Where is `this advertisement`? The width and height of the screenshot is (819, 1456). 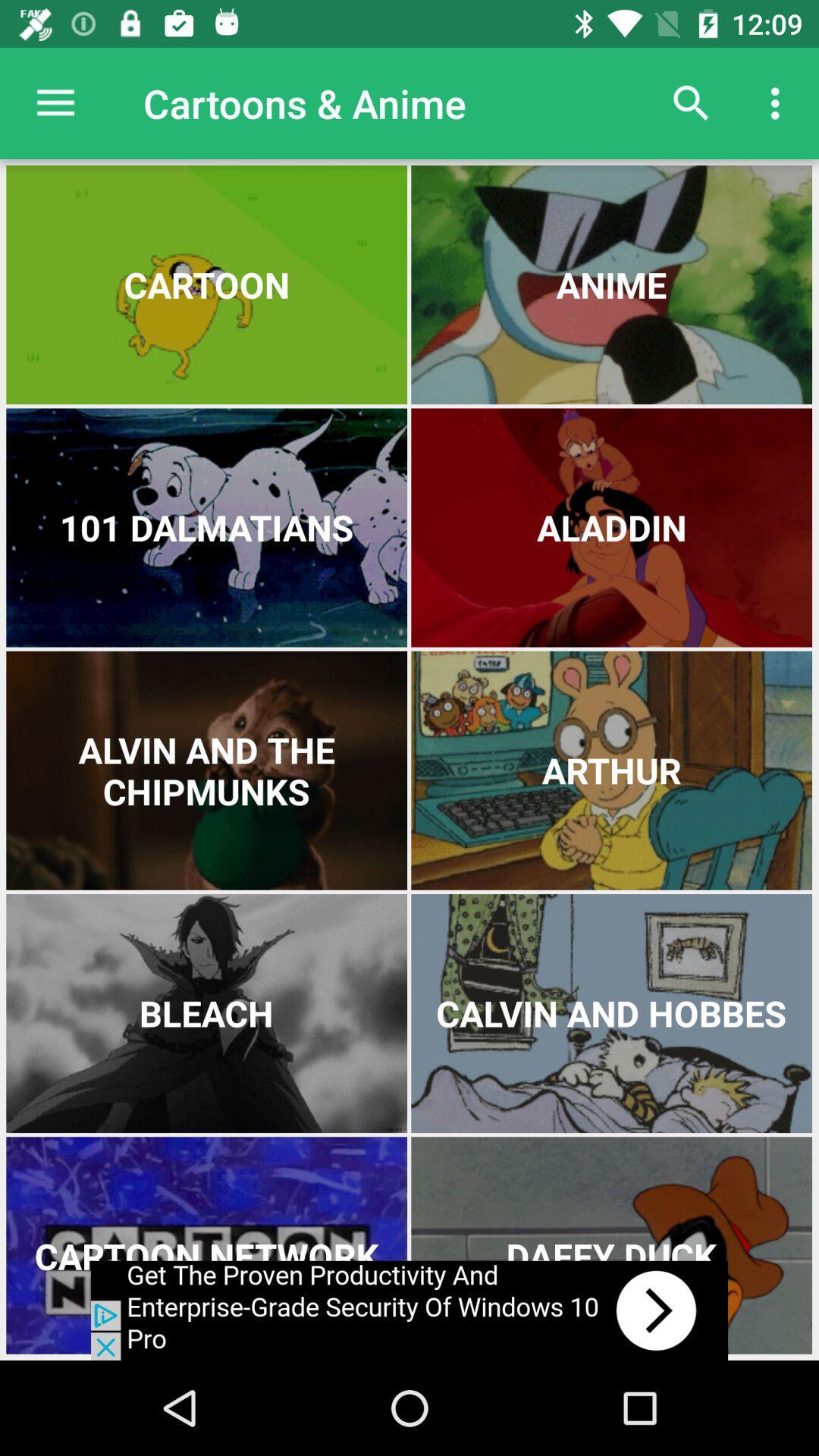 this advertisement is located at coordinates (409, 1310).